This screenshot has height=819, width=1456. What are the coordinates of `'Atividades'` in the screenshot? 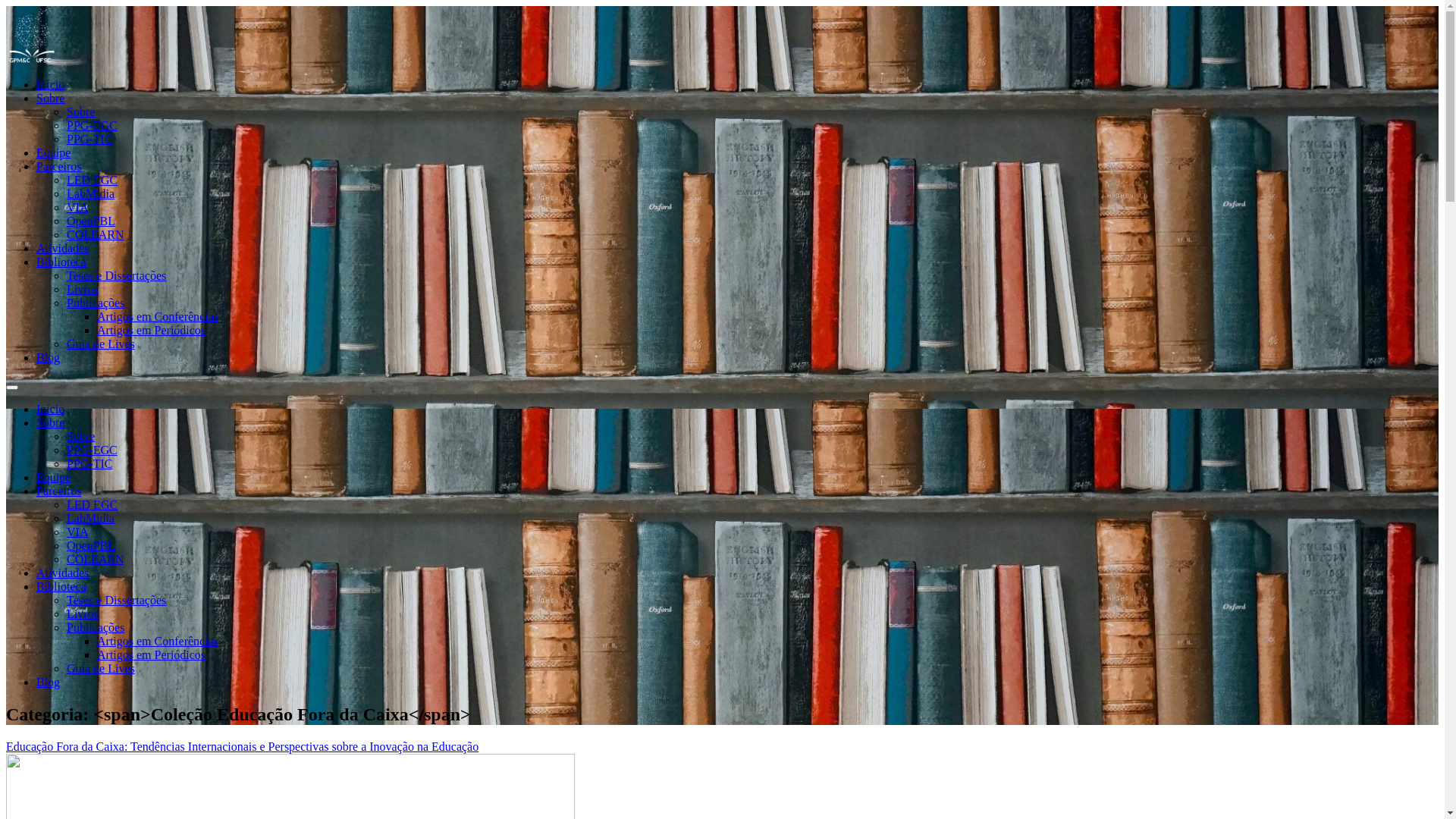 It's located at (36, 573).